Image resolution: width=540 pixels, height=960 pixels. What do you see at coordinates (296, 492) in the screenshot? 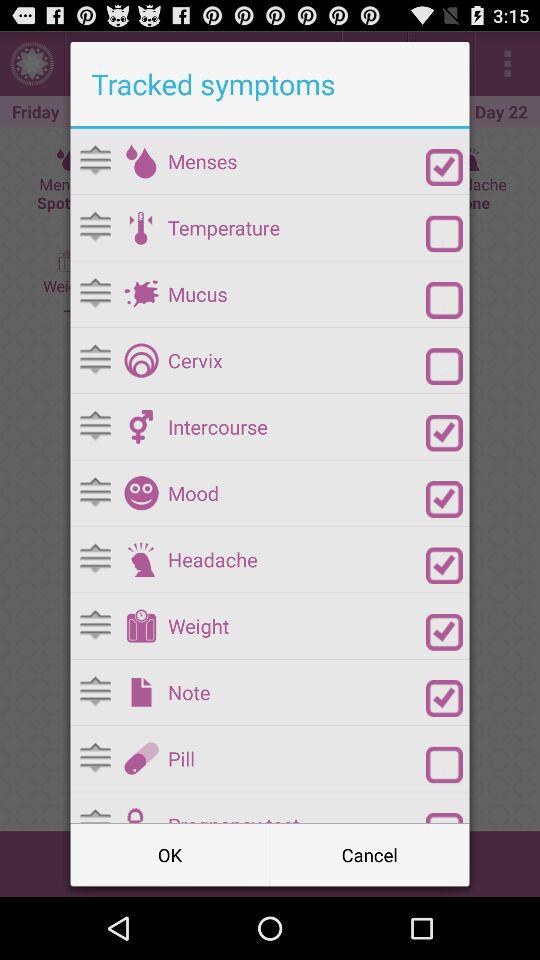
I see `the mood` at bounding box center [296, 492].